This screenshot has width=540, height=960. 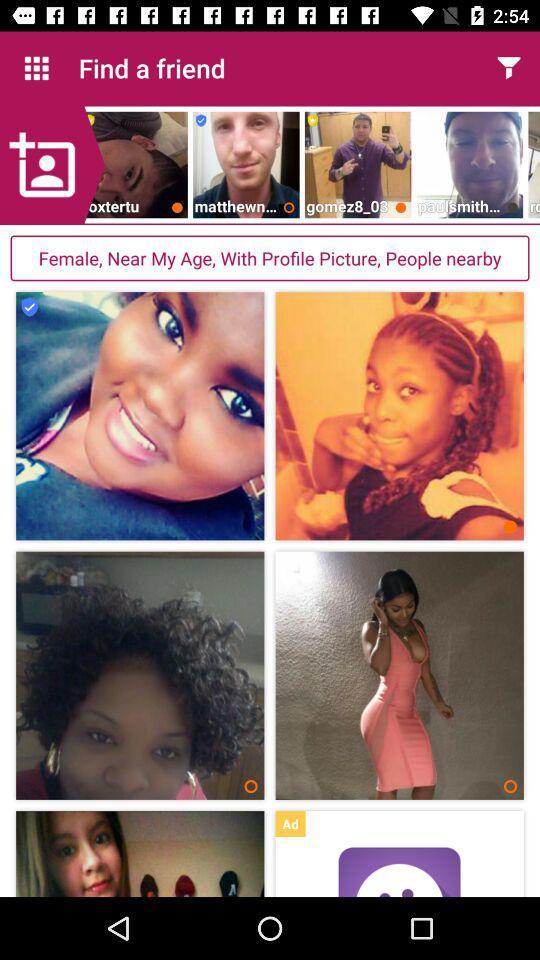 I want to click on female near my, so click(x=270, y=257).